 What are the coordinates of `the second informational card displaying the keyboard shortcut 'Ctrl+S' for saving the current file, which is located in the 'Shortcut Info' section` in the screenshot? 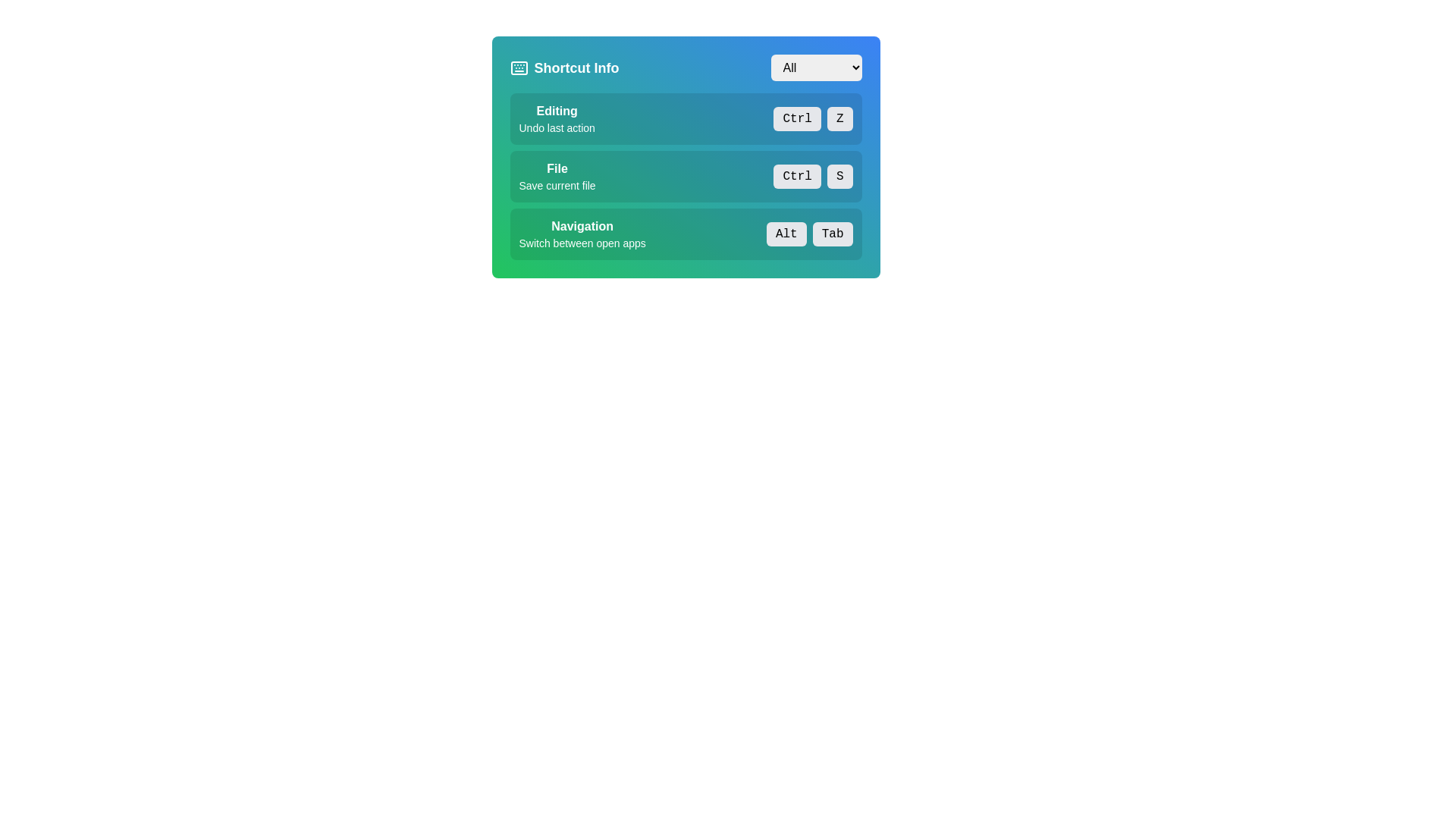 It's located at (685, 175).